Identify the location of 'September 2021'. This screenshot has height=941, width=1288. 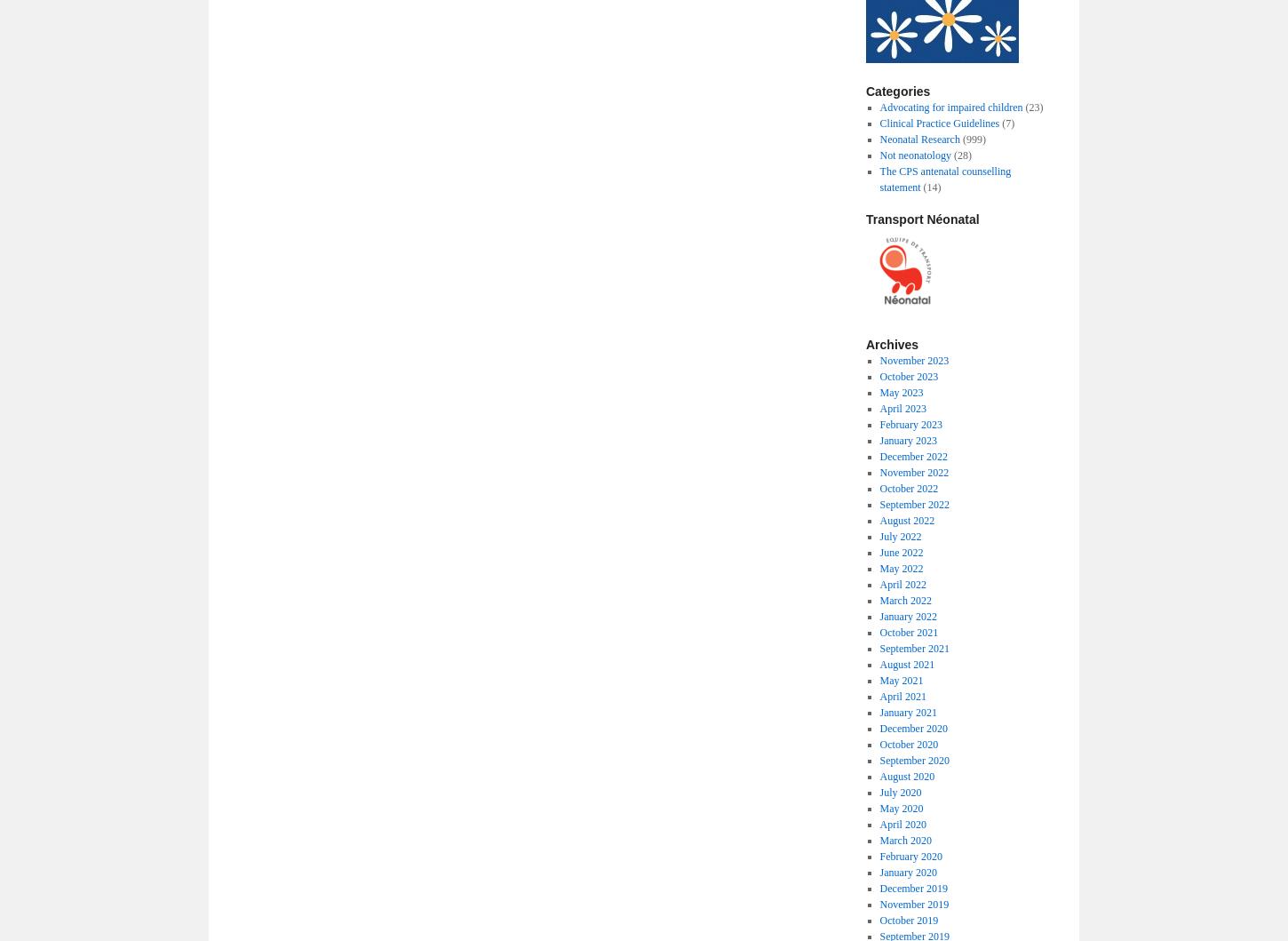
(914, 648).